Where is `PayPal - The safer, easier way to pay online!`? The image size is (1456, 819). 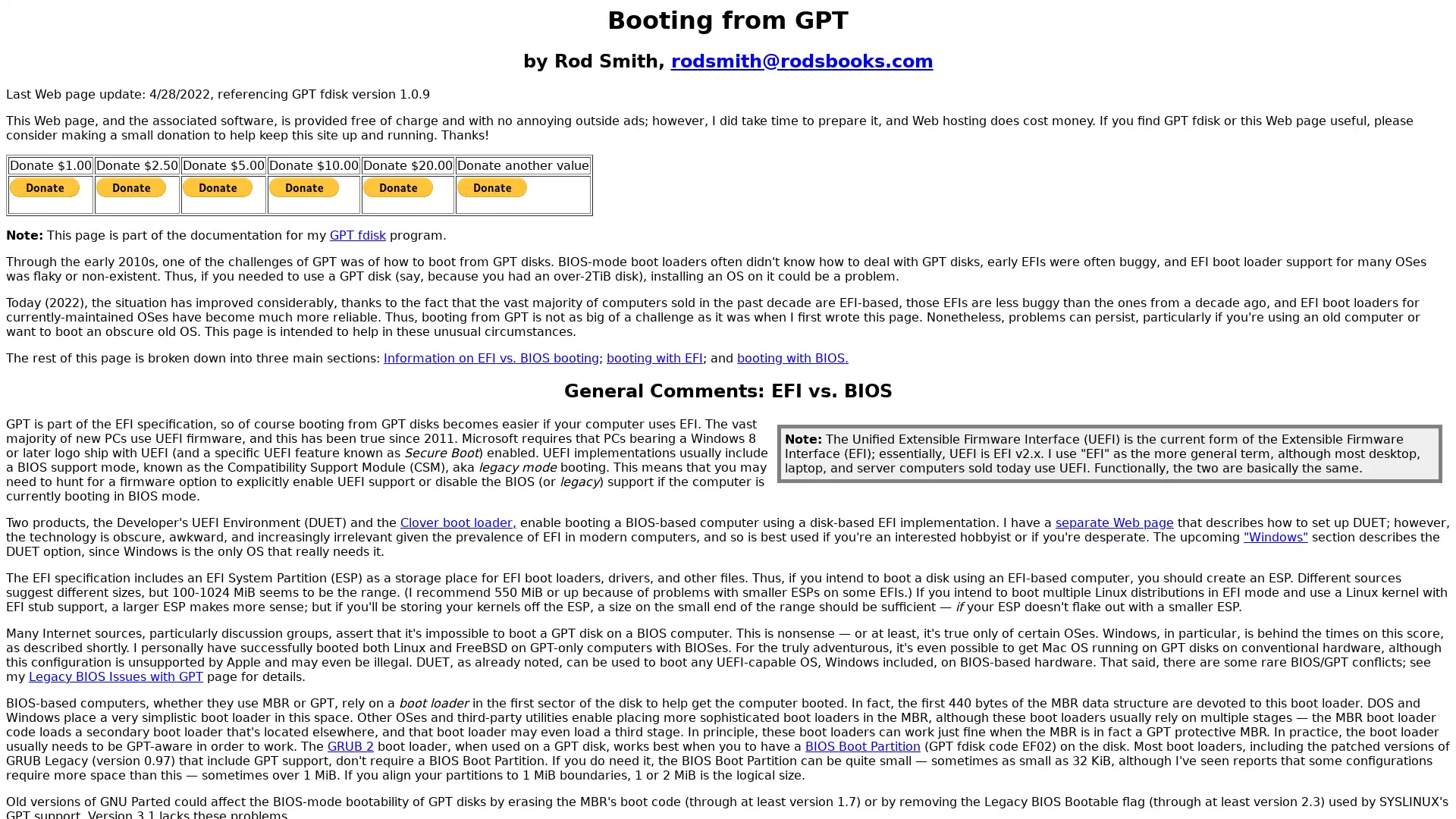
PayPal - The safer, easier way to pay online! is located at coordinates (130, 186).